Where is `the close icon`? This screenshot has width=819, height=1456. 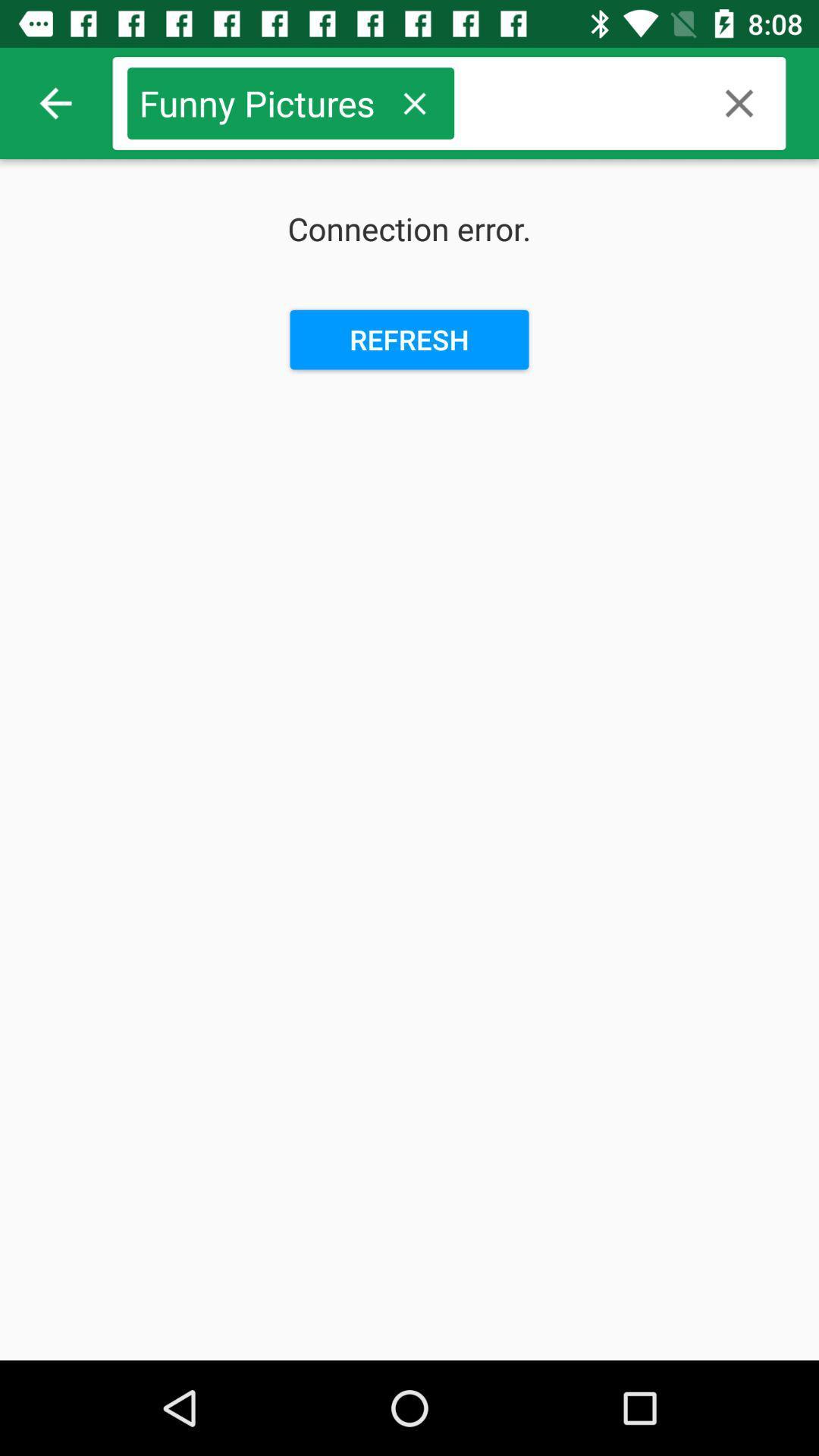
the close icon is located at coordinates (414, 102).